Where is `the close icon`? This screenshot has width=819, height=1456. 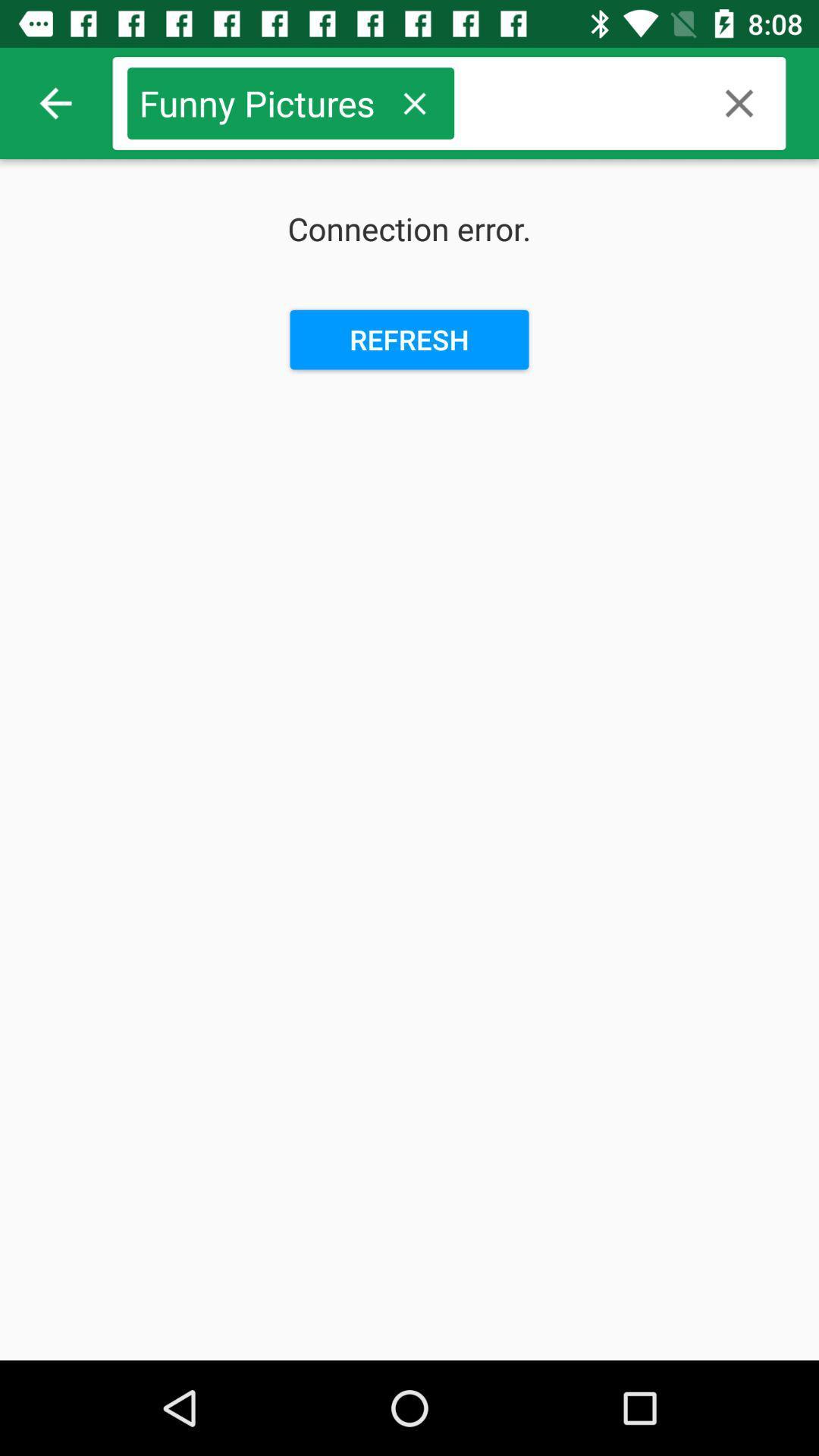
the close icon is located at coordinates (414, 102).